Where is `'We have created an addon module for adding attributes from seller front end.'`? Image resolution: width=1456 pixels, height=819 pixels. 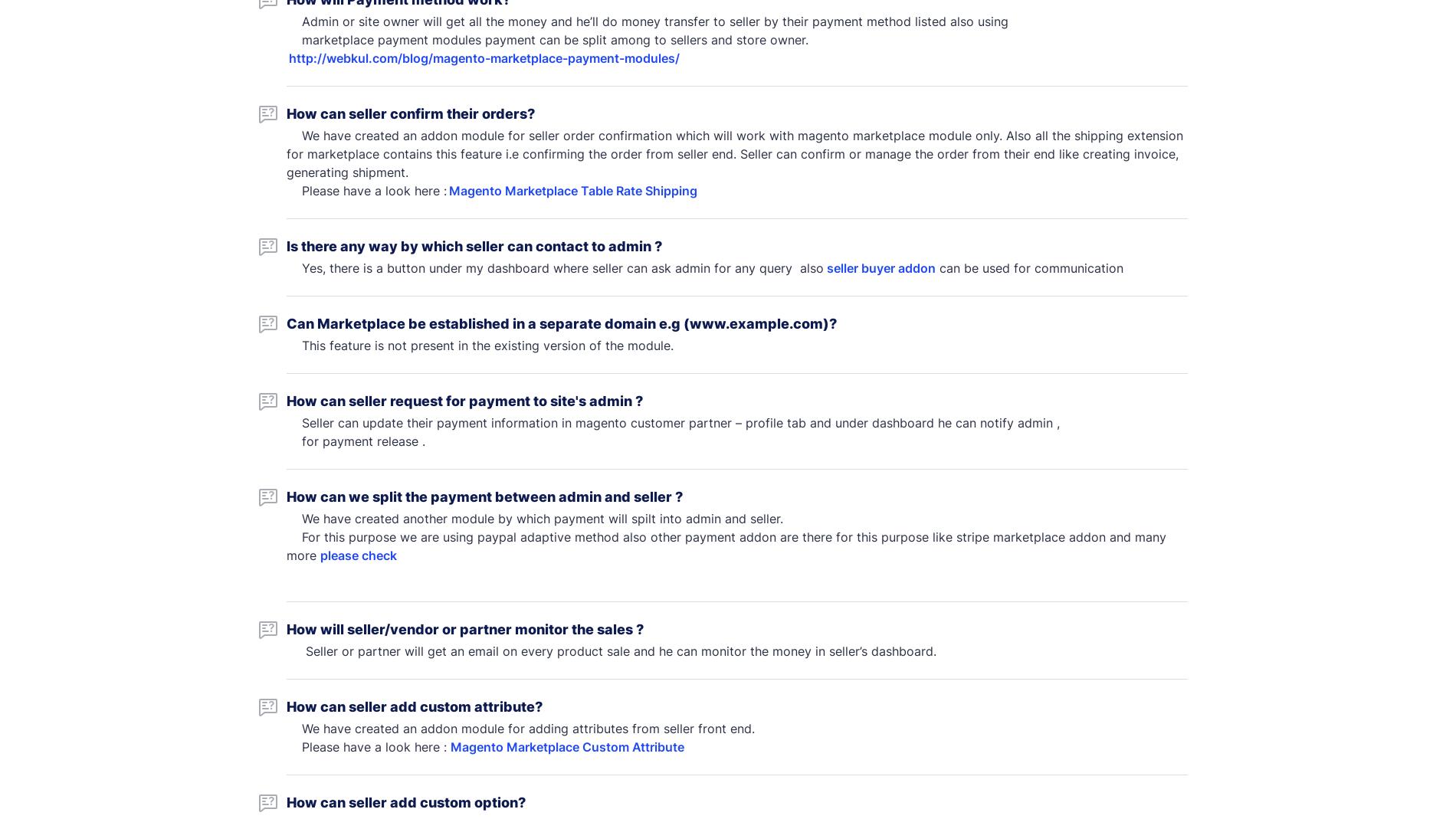 'We have created an addon module for adding attributes from seller front end.' is located at coordinates (285, 727).